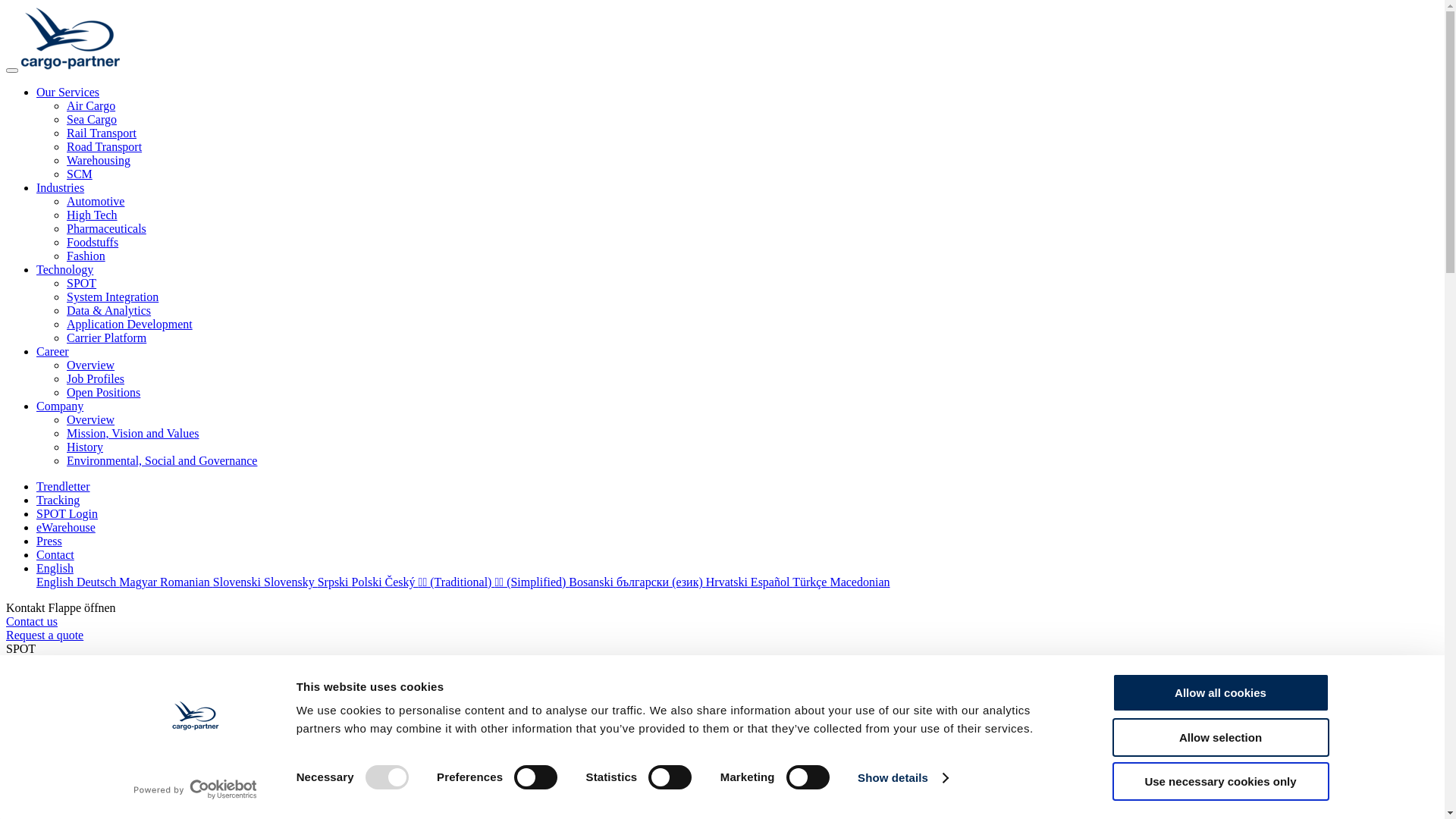 The height and width of the screenshot is (819, 1456). What do you see at coordinates (85, 255) in the screenshot?
I see `'Fashion'` at bounding box center [85, 255].